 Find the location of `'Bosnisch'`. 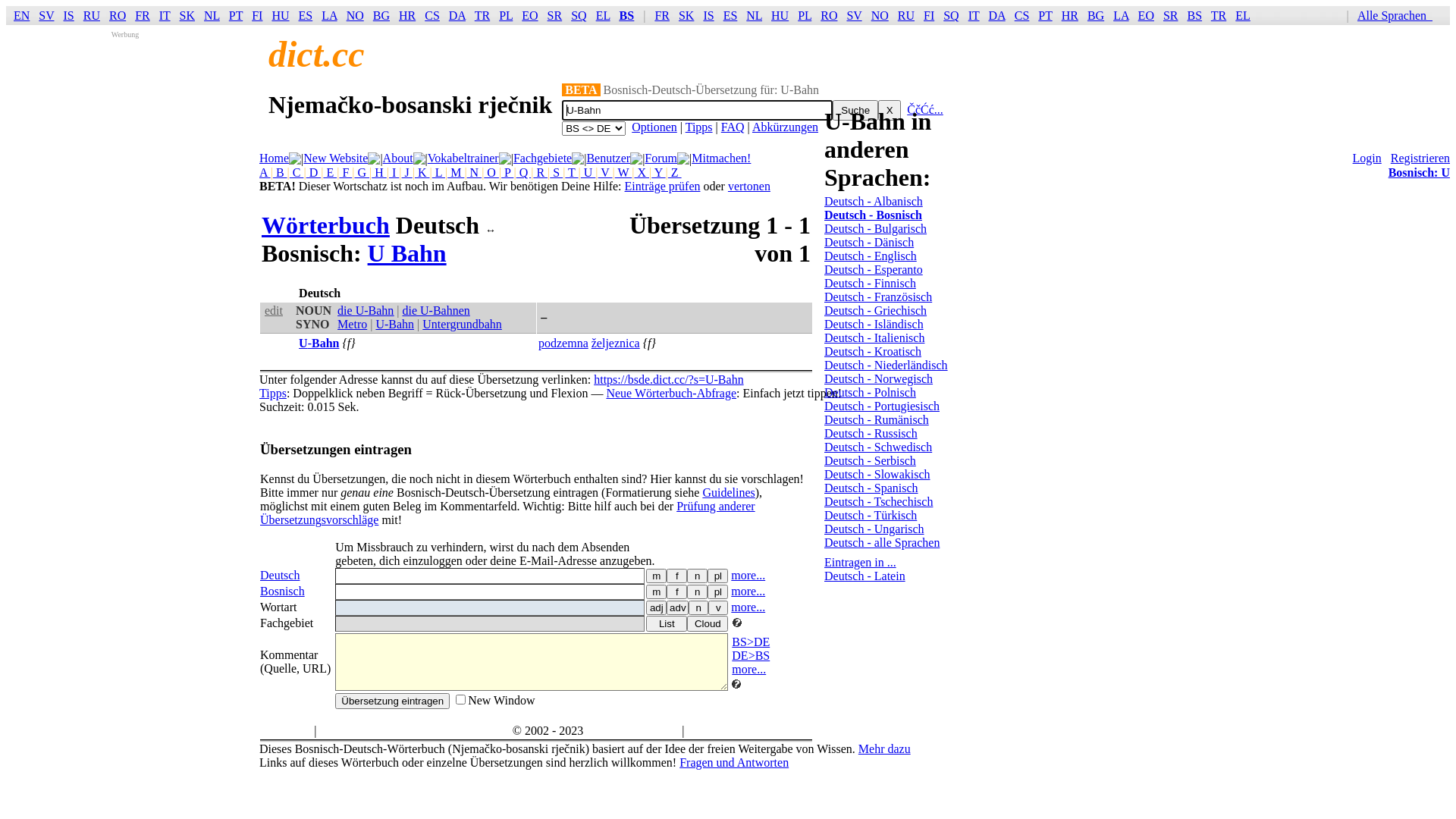

'Bosnisch' is located at coordinates (282, 590).